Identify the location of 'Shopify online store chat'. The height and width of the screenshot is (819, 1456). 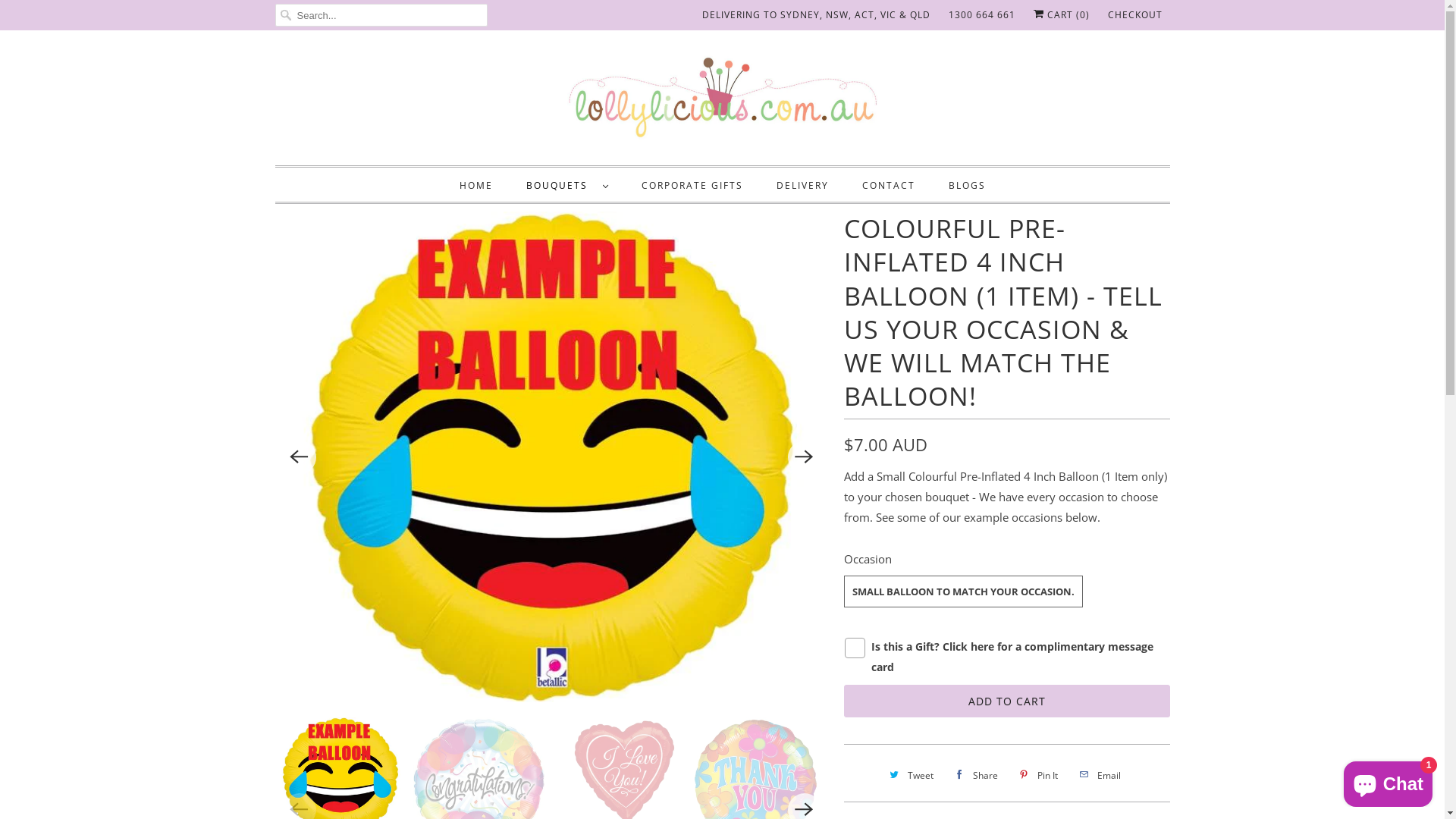
(1388, 780).